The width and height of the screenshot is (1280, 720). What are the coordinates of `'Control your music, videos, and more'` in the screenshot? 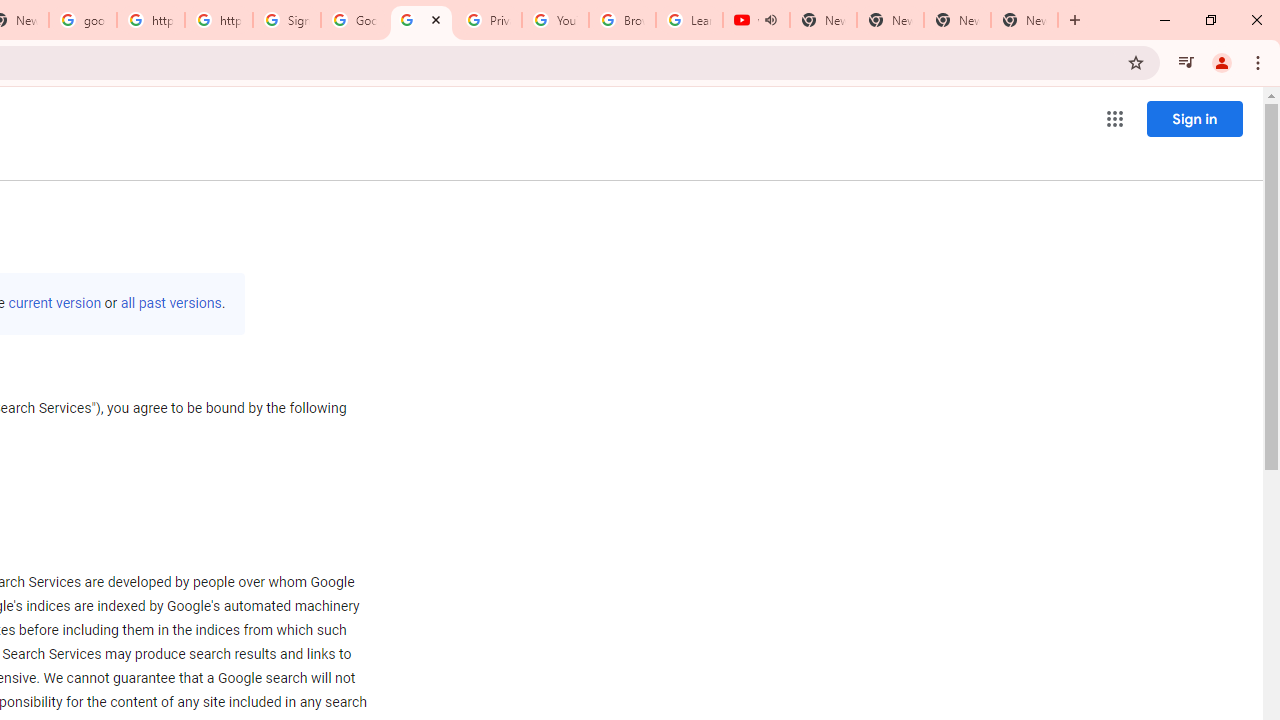 It's located at (1185, 61).